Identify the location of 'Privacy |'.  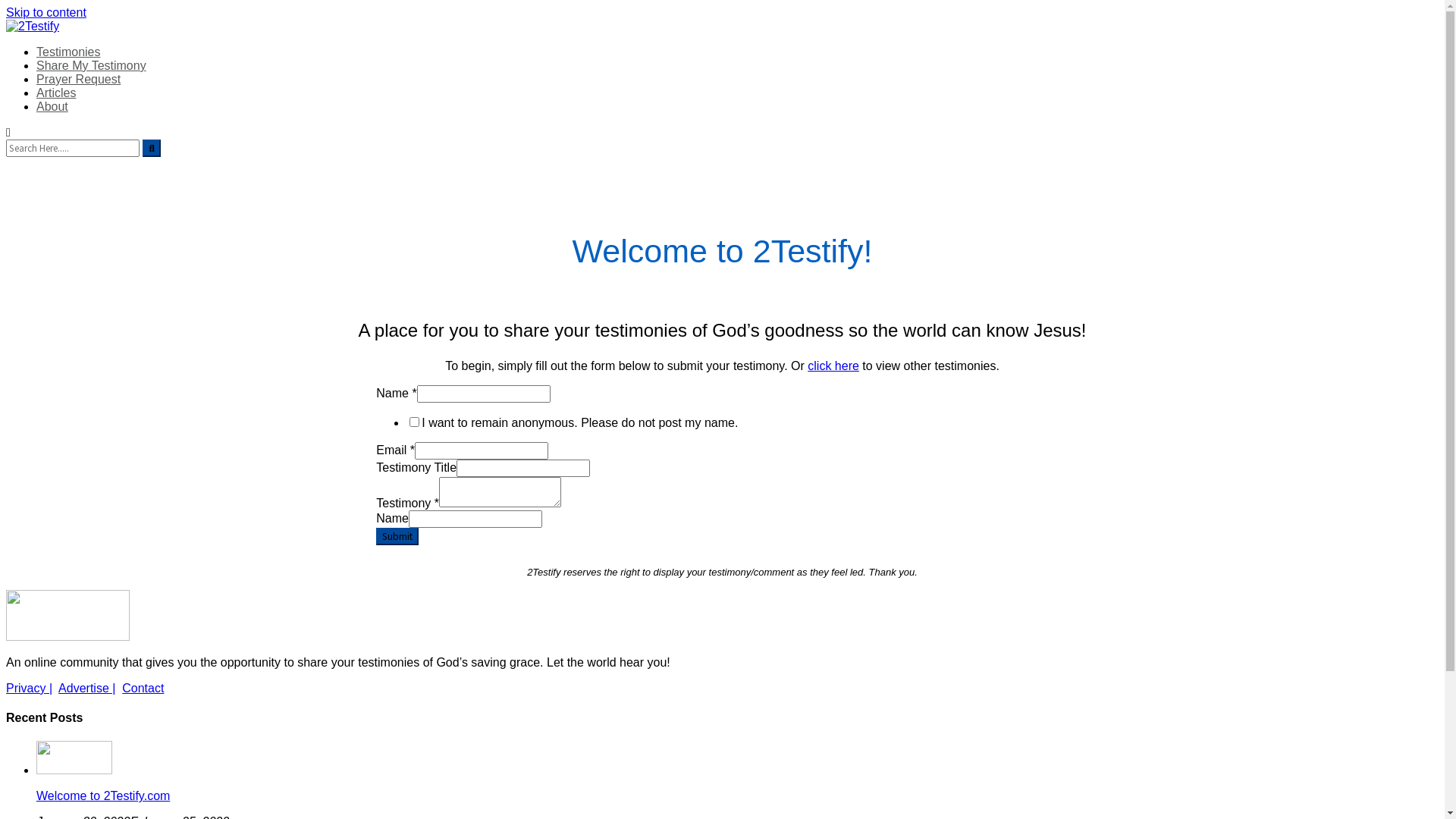
(29, 688).